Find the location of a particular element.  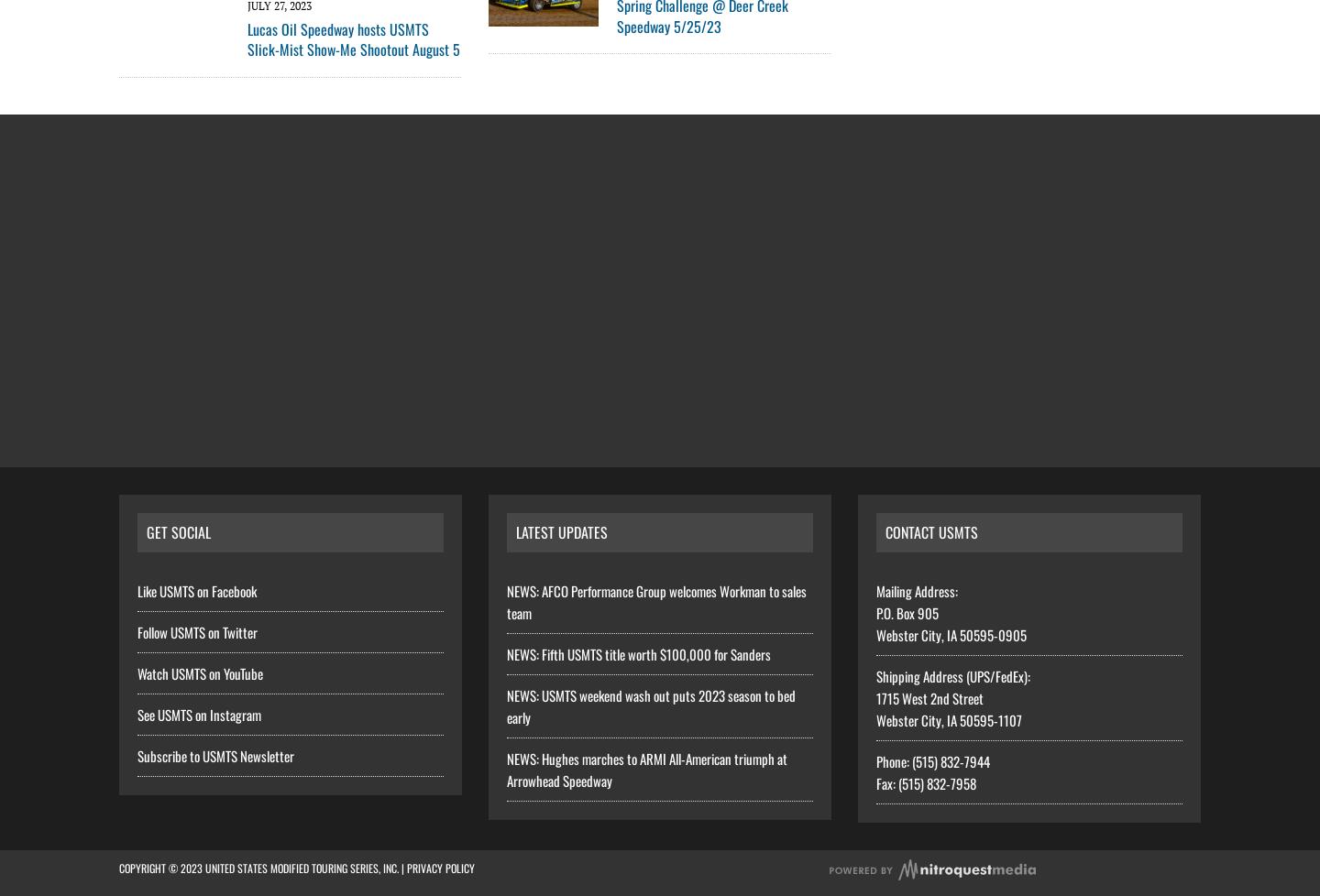

'Mailing Address:' is located at coordinates (916, 590).